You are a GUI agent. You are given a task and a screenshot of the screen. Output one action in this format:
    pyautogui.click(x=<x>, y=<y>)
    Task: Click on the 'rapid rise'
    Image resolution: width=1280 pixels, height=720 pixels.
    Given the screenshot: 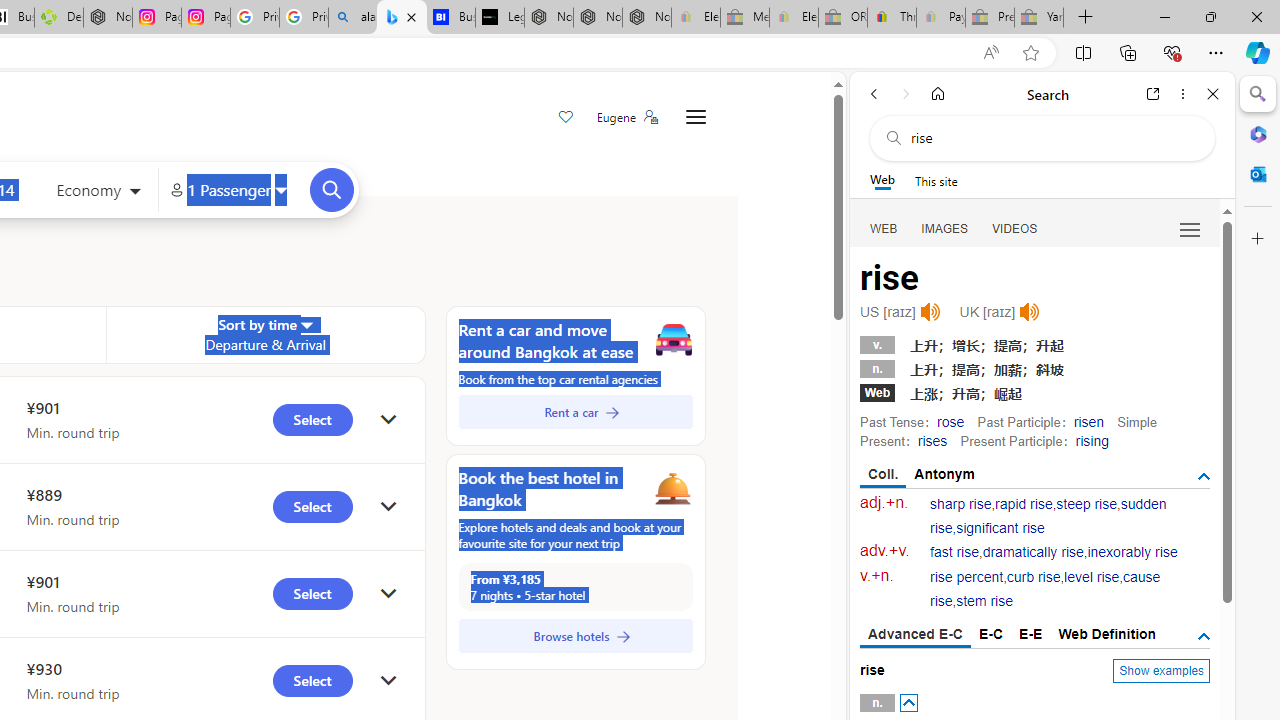 What is the action you would take?
    pyautogui.click(x=1024, y=503)
    